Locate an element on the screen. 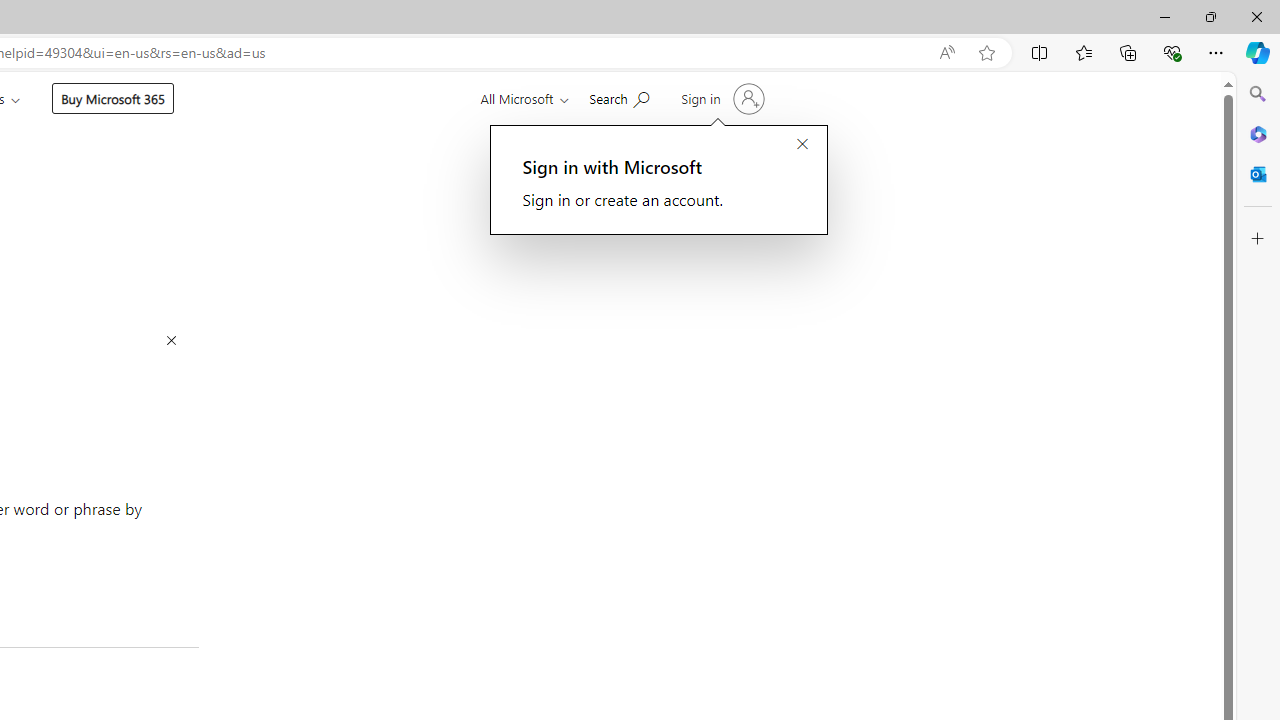  'Restore' is located at coordinates (1209, 16).